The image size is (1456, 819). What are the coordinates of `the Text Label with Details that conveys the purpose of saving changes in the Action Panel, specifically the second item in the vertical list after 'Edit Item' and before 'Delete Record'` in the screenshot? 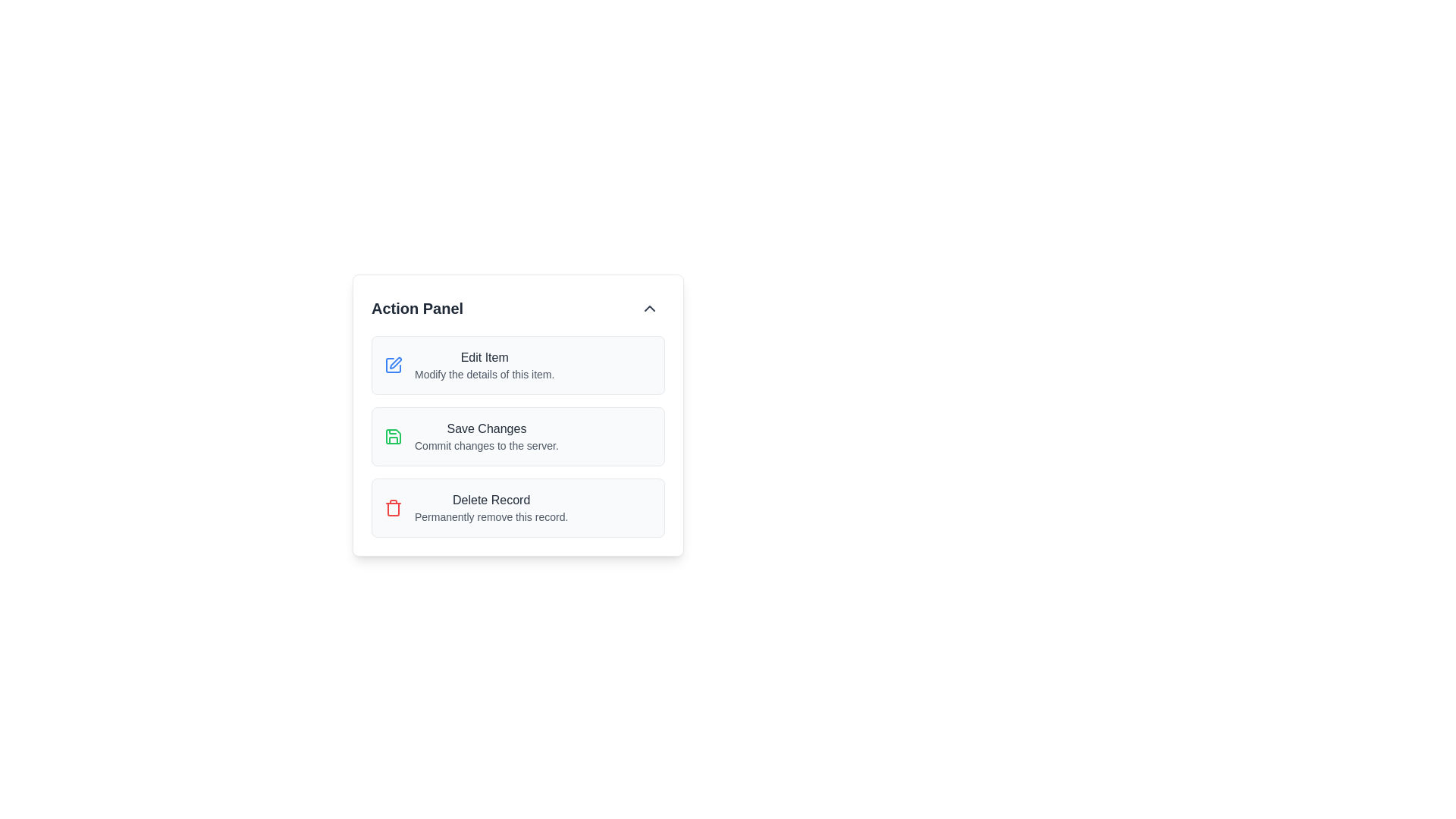 It's located at (486, 436).